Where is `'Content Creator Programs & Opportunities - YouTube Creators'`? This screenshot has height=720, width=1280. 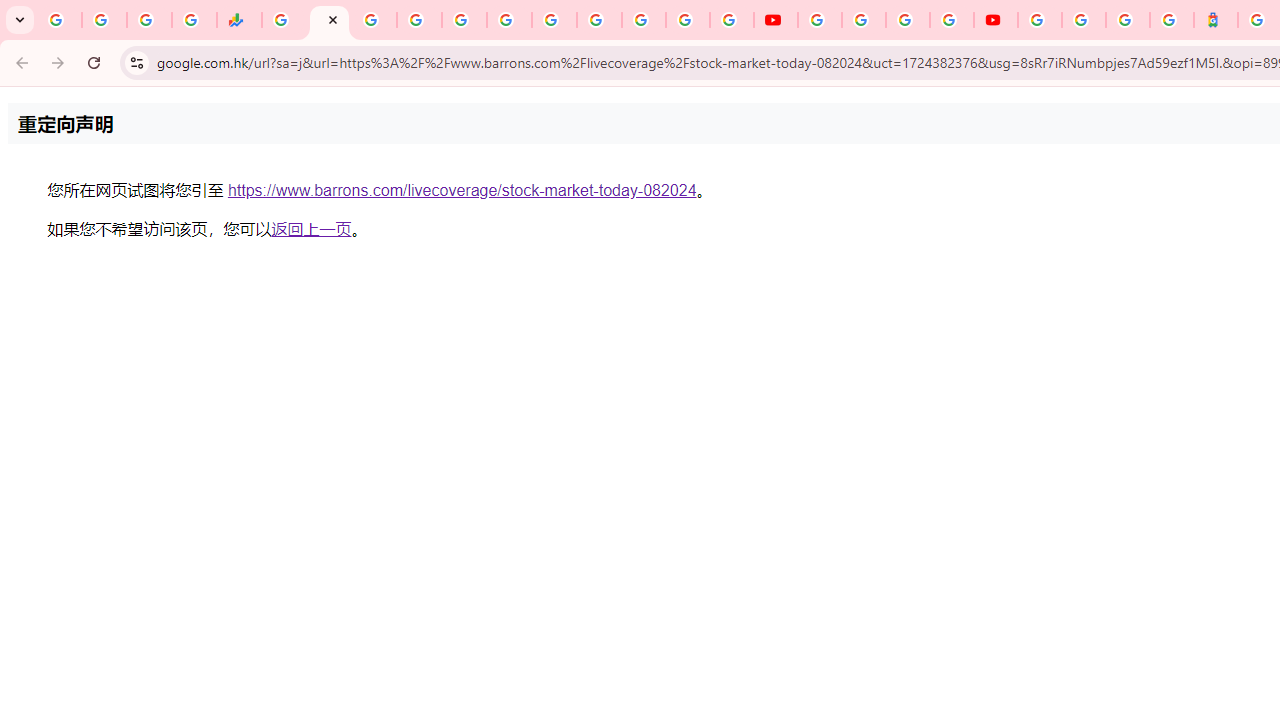 'Content Creator Programs & Opportunities - YouTube Creators' is located at coordinates (995, 20).